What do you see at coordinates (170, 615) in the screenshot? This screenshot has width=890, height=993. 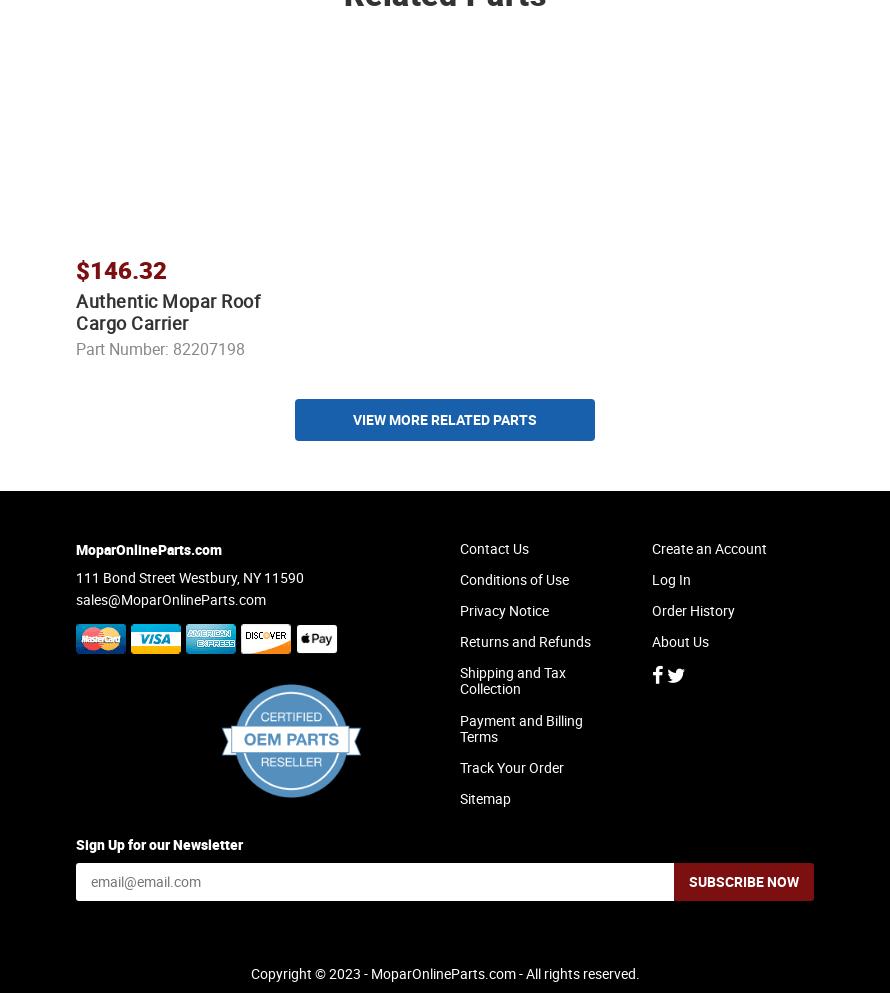 I see `'sales@MoparOnlineParts.com'` at bounding box center [170, 615].